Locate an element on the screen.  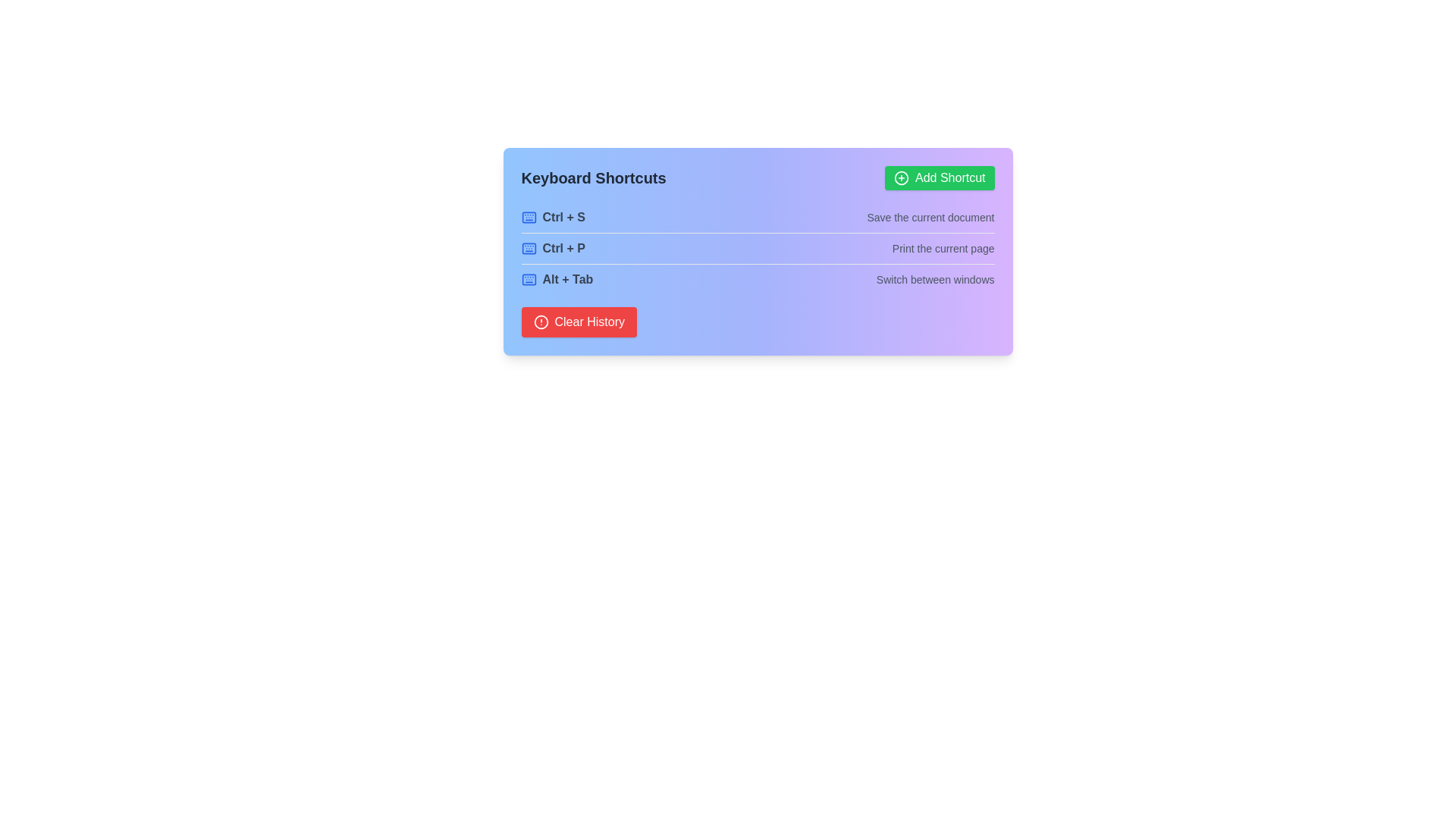
the label displaying the keyboard shortcut 'Ctrl + S', which is the first item in the list of keyboard shortcuts under the 'Keyboard Shortcuts' heading is located at coordinates (563, 217).